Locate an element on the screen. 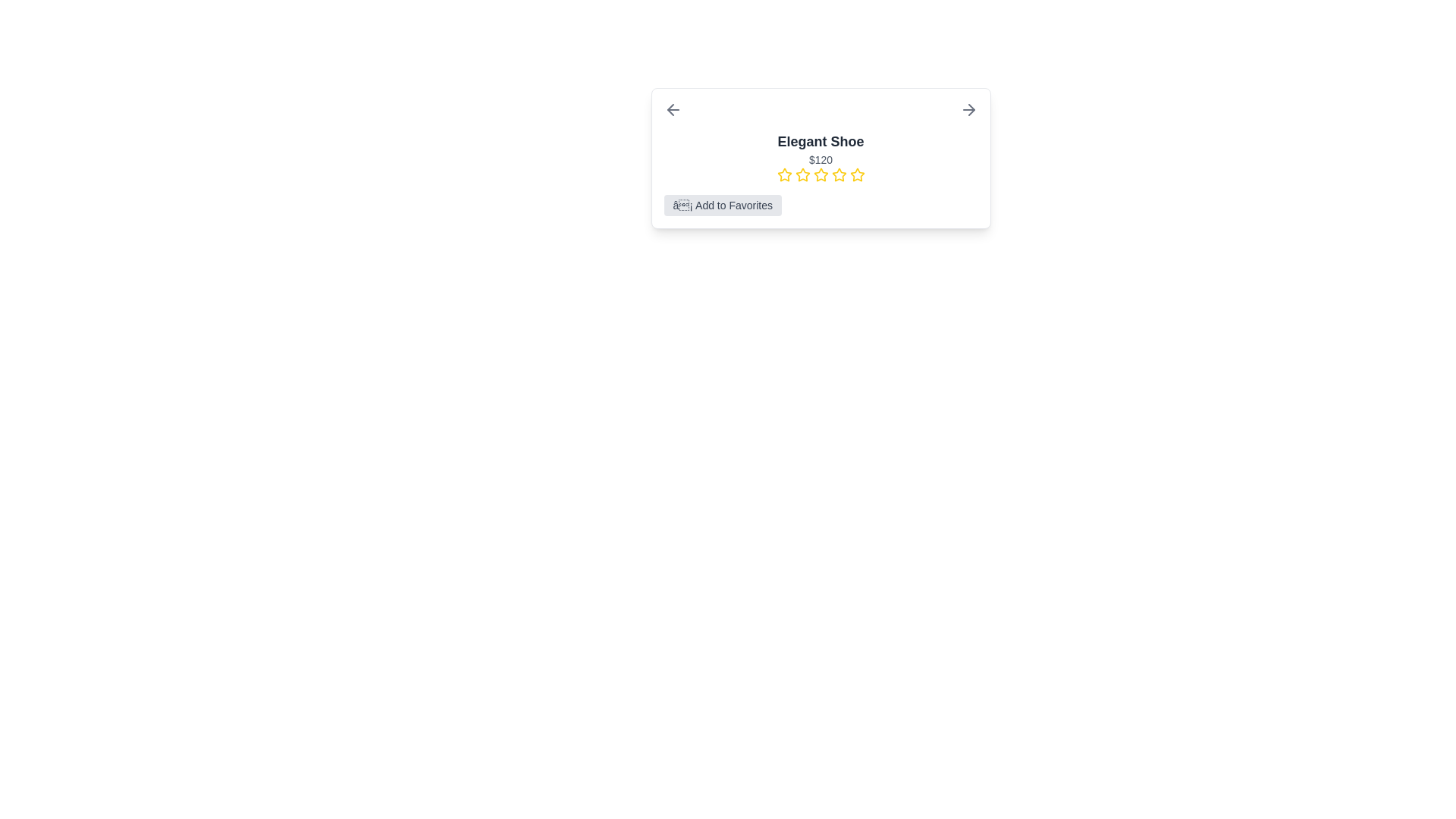 Image resolution: width=1456 pixels, height=819 pixels. the third star icon representing a rating for the product 'Elegant Shoe' priced at '$120' is located at coordinates (802, 174).